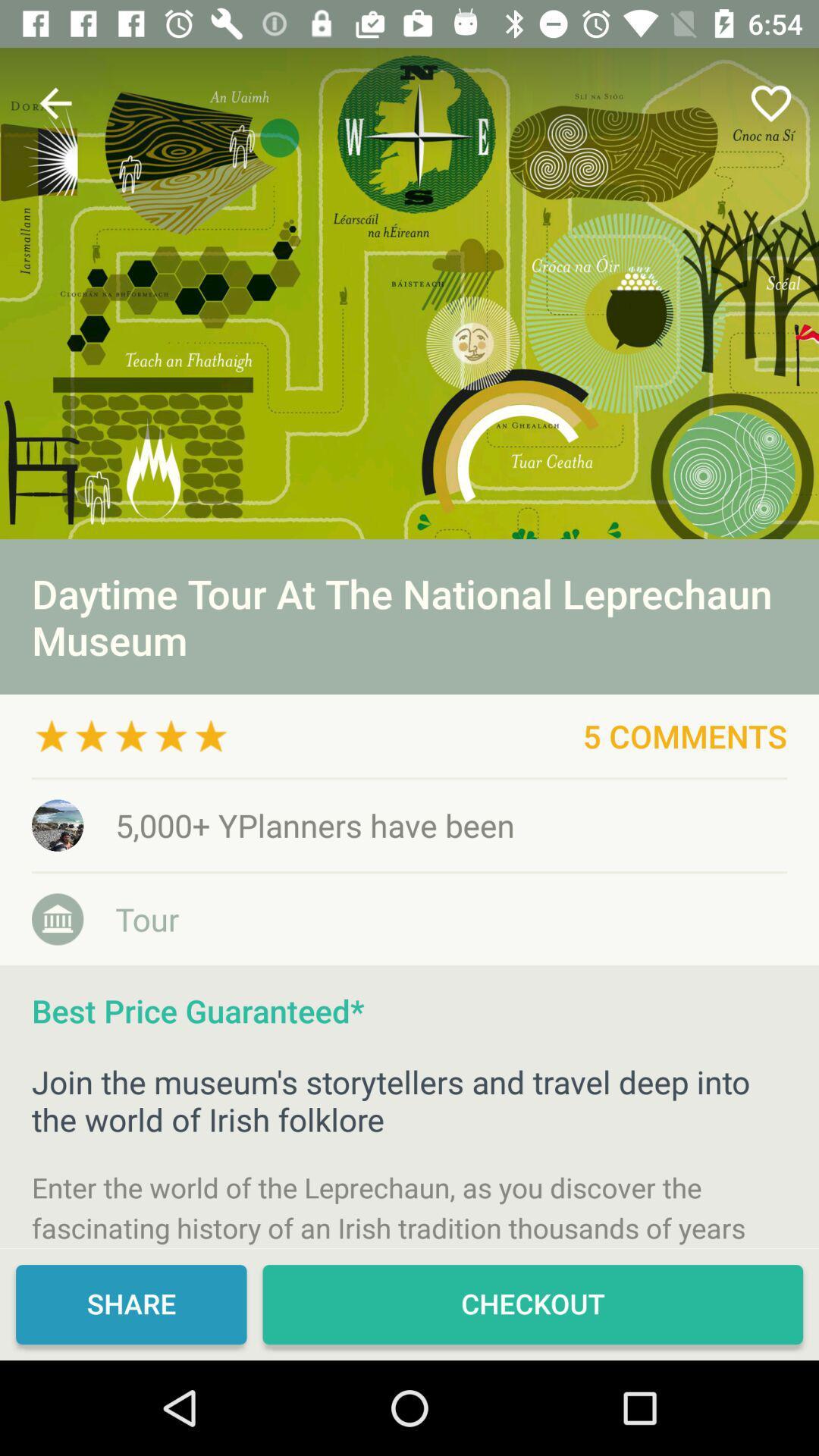 Image resolution: width=819 pixels, height=1456 pixels. I want to click on the icon above daytime tour at item, so click(55, 102).